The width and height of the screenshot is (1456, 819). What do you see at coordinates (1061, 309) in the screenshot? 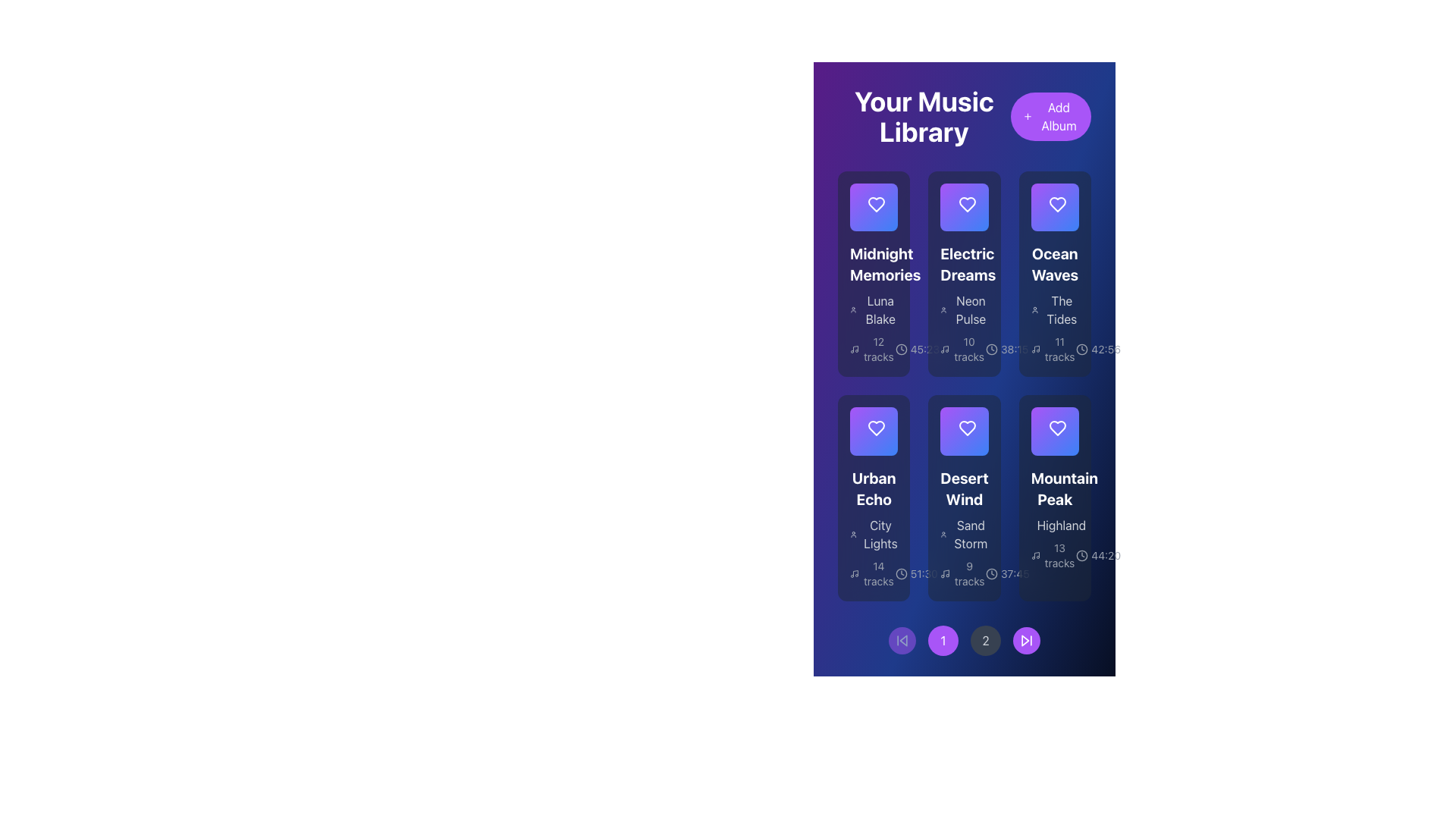
I see `the text label displaying 'The Tides' in bold white typeface located within the 'Ocean Waves' card, which is in the top row, third column of the visible grid of albums` at bounding box center [1061, 309].